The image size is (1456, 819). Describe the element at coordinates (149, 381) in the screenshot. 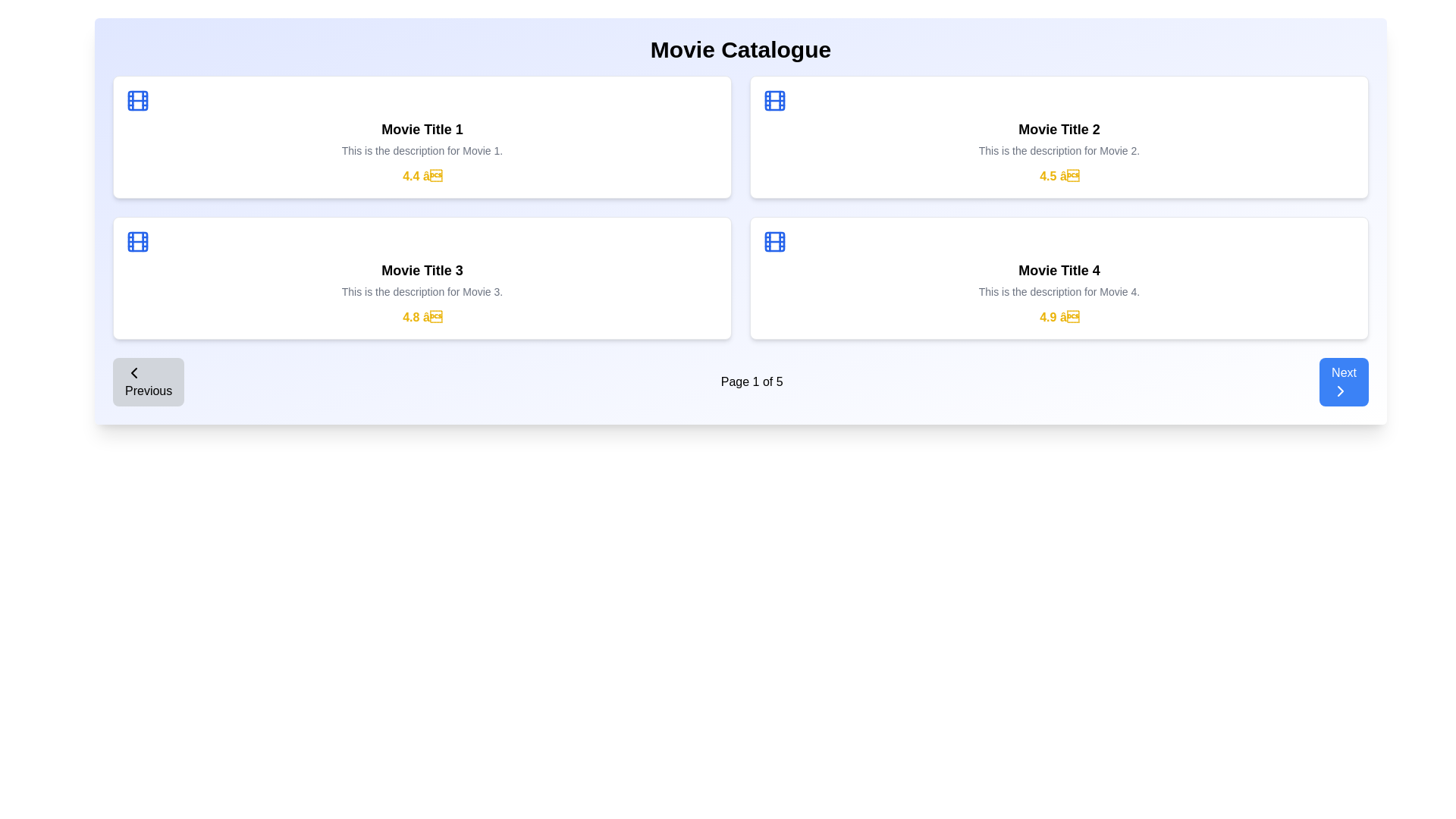

I see `the 'Previous' button, which is a rectangular button with rounded corners, gray background, and bold black text` at that location.